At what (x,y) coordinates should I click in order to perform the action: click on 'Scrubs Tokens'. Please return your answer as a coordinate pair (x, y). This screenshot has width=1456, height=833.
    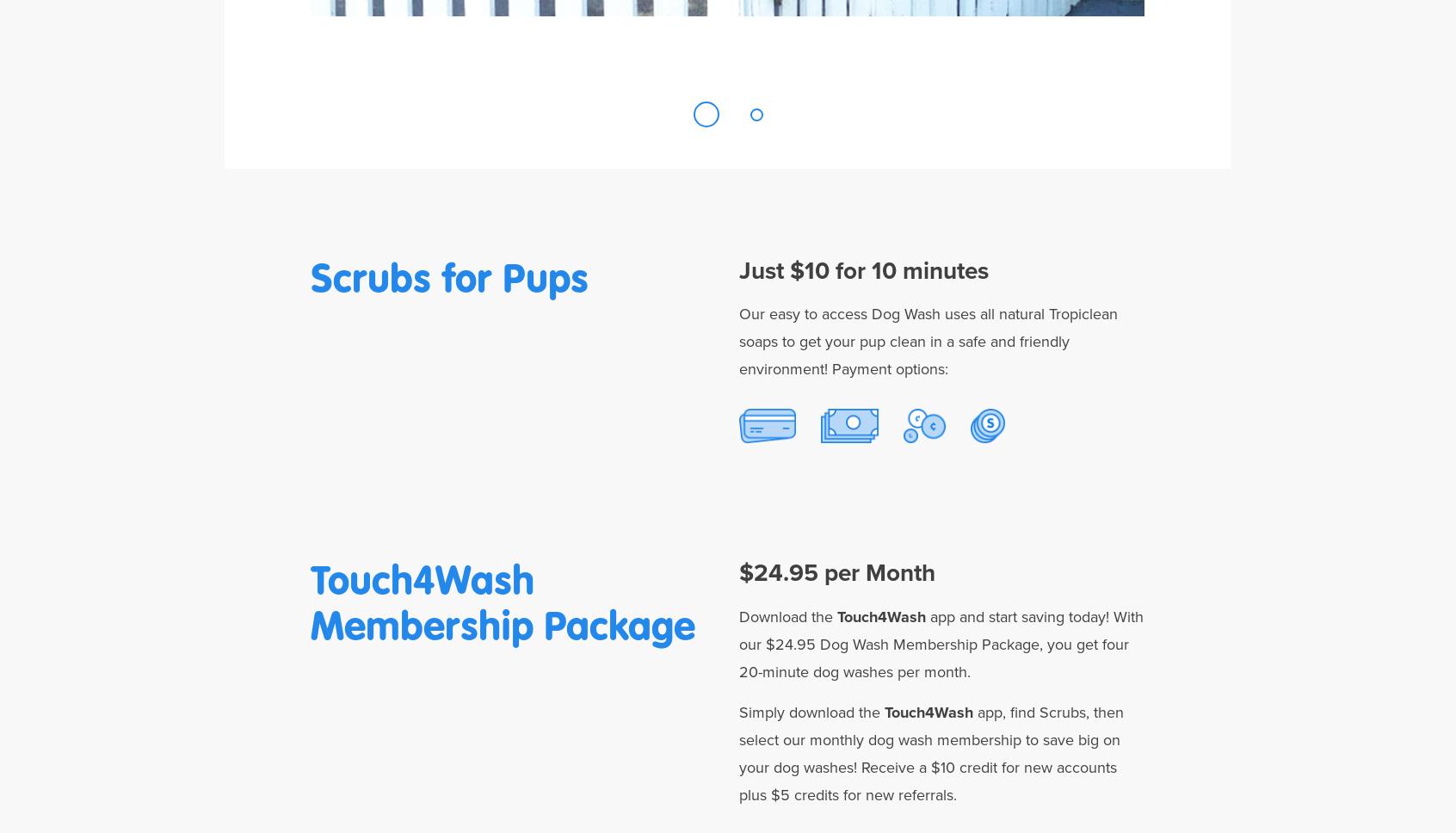
    Looking at the image, I should click on (986, 483).